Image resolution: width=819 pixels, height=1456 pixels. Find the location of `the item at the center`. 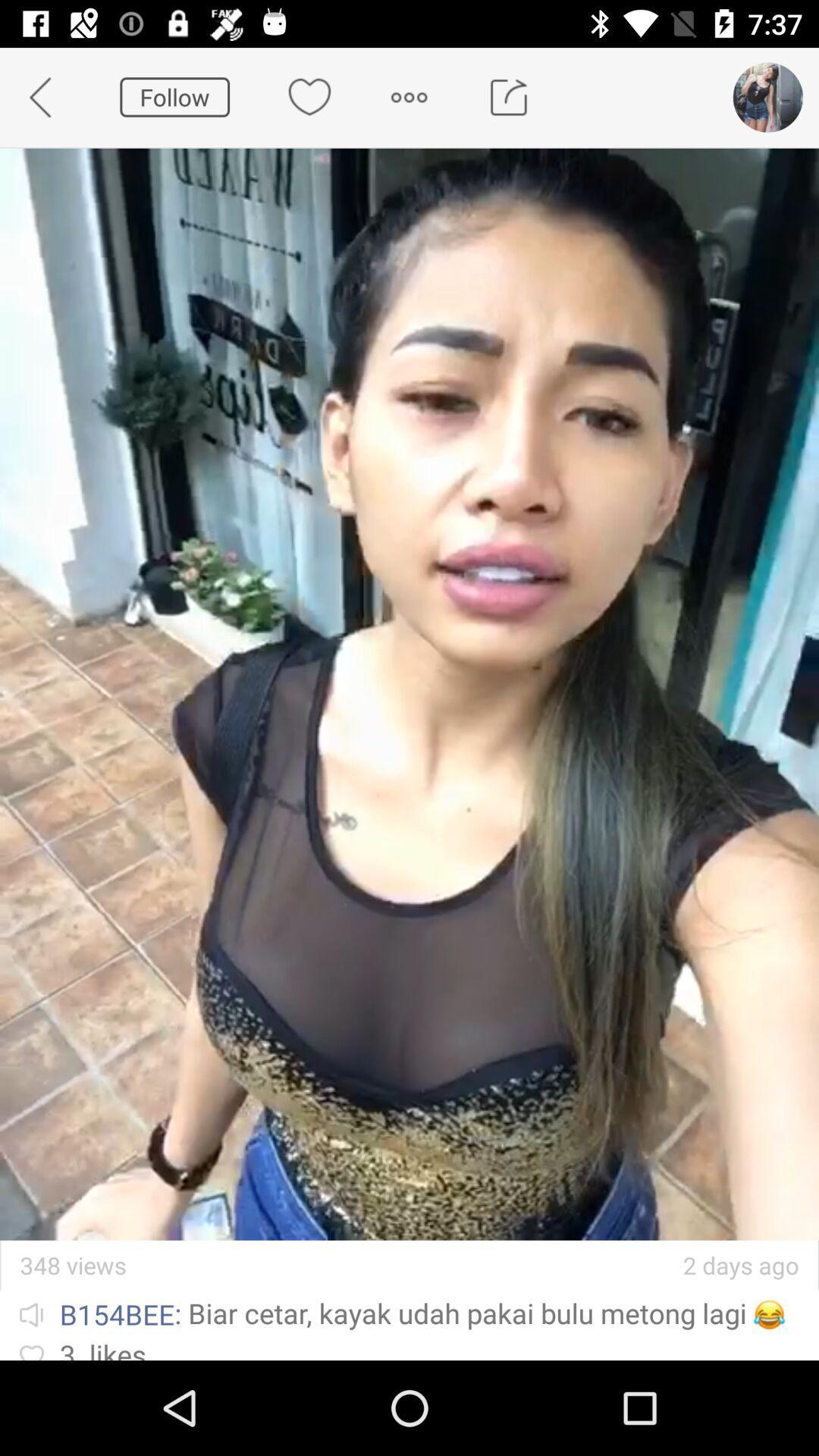

the item at the center is located at coordinates (409, 693).